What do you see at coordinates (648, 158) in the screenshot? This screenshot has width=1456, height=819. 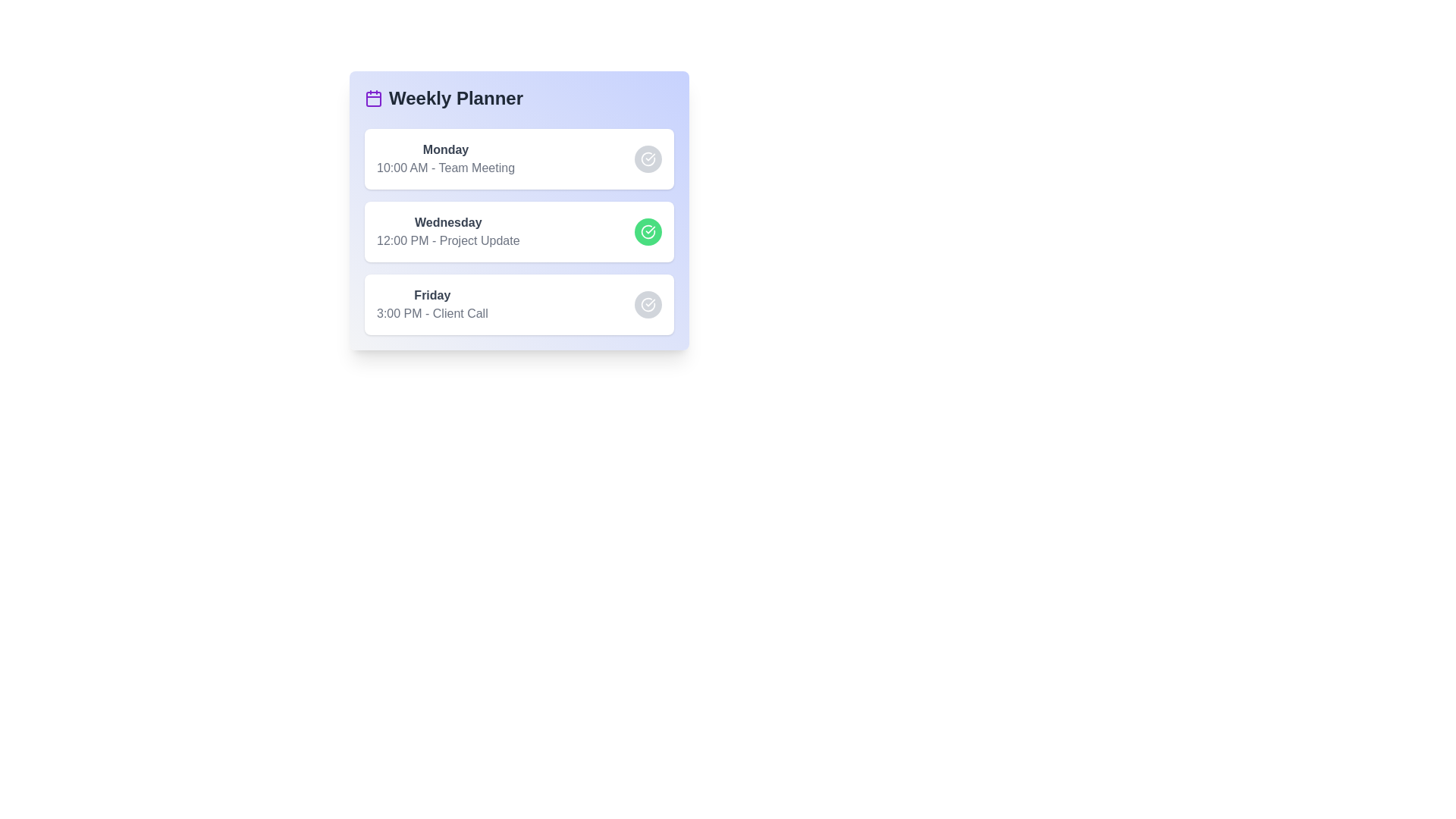 I see `the circular button next to the task corresponding to Monday - Team Meeting` at bounding box center [648, 158].